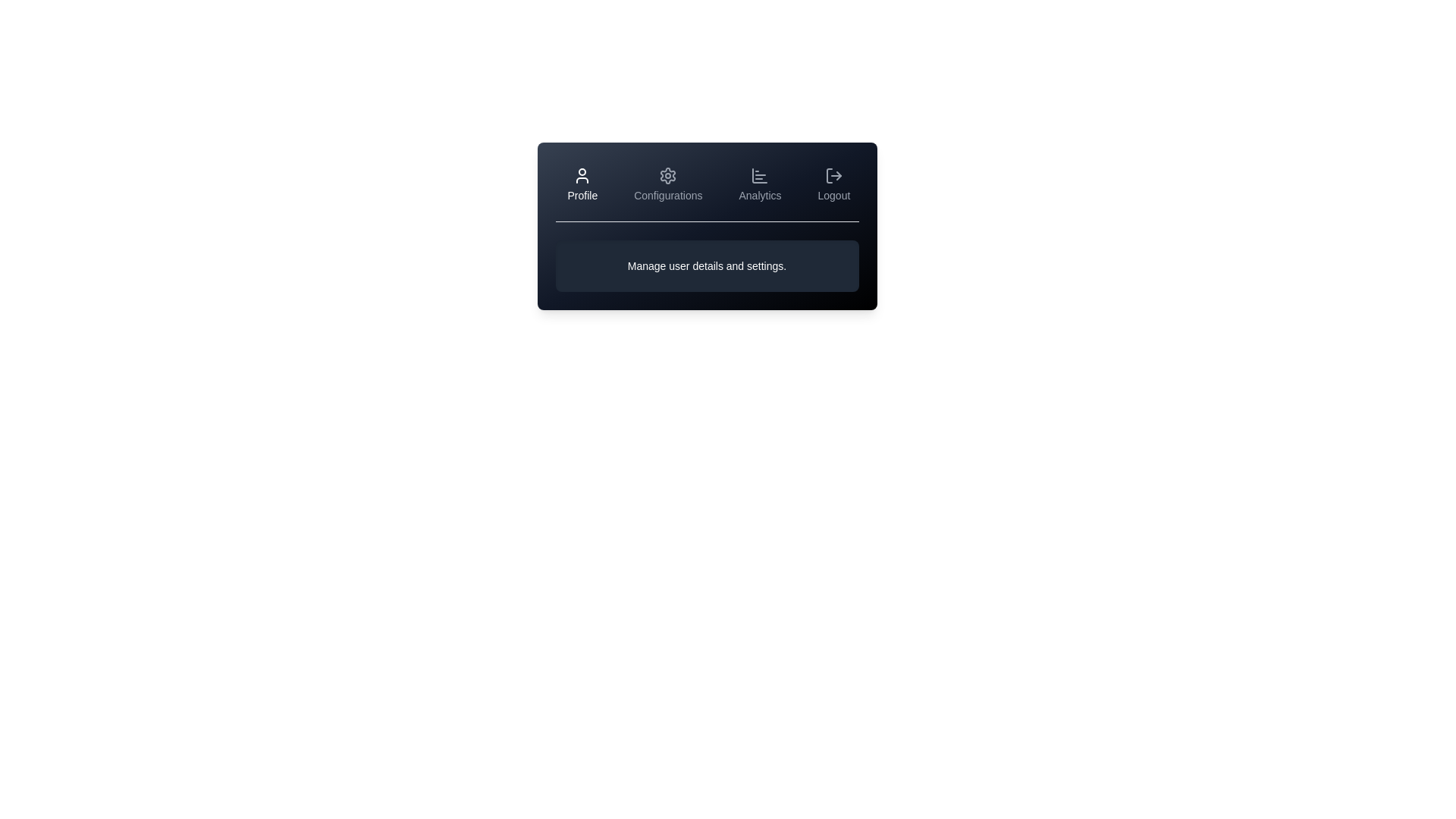  I want to click on the tab labeled Profile, so click(582, 184).